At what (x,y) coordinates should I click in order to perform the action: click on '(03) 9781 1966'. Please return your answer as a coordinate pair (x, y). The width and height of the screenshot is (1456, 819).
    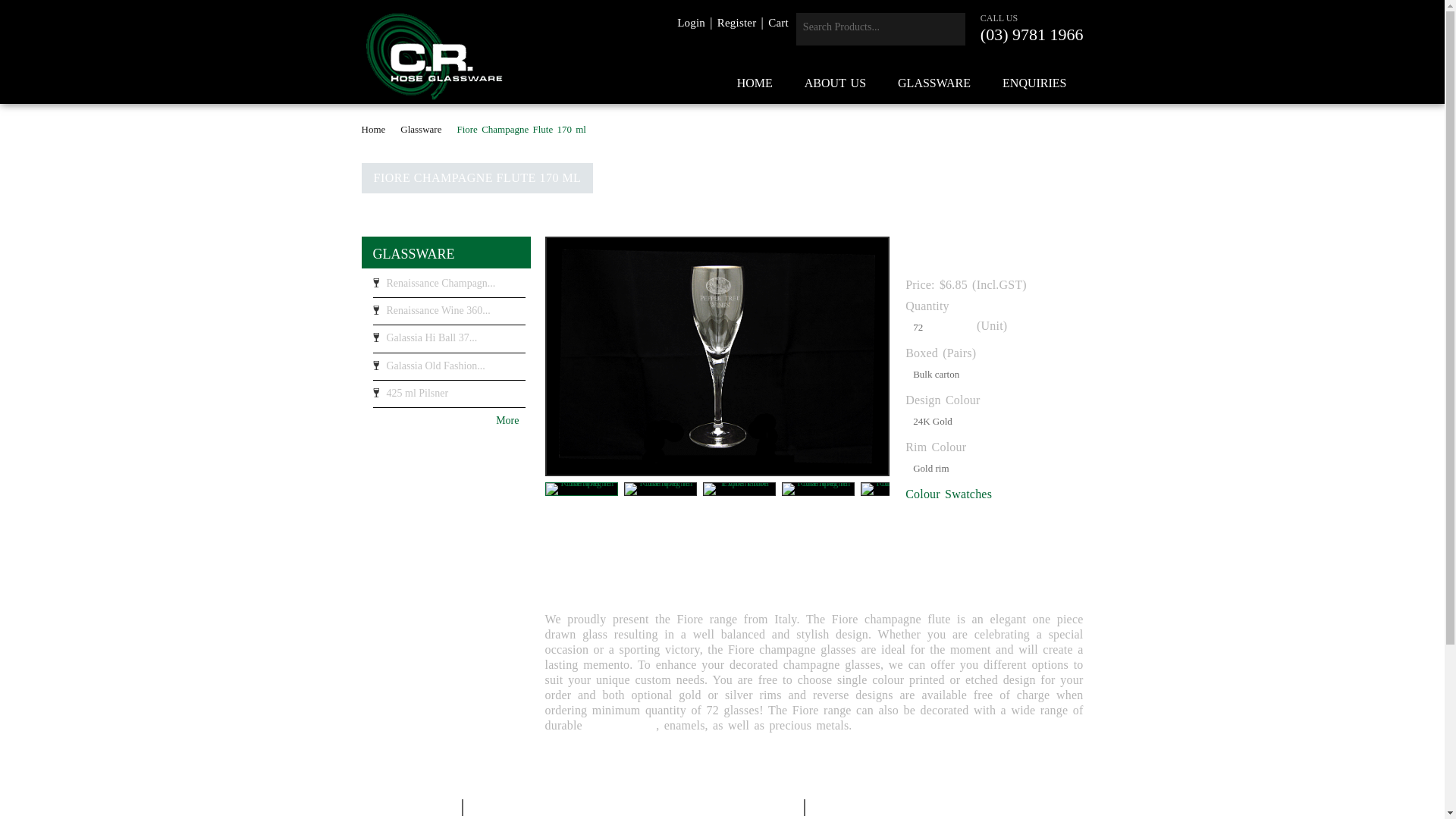
    Looking at the image, I should click on (1031, 34).